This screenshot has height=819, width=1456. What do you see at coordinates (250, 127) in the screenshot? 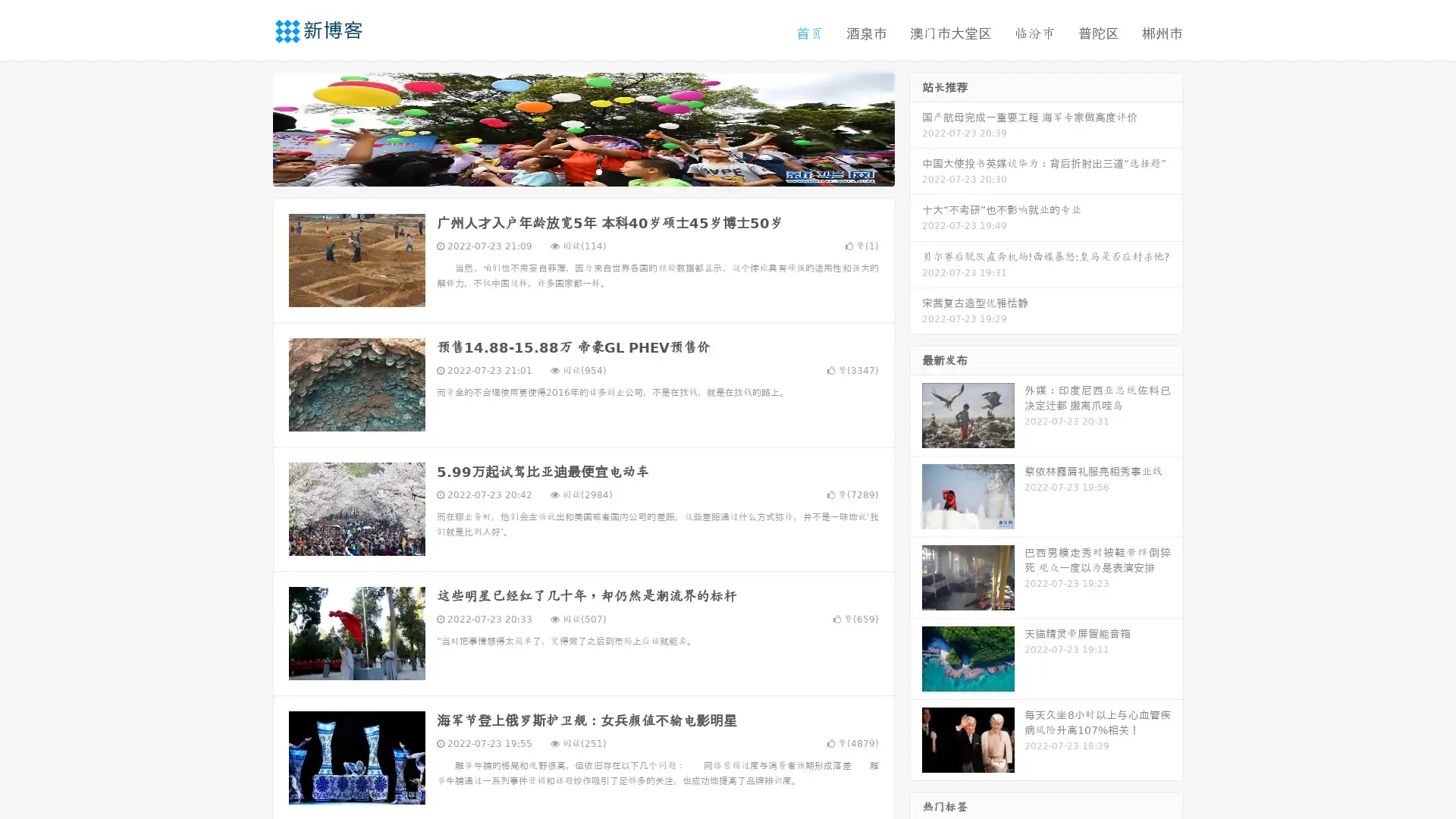
I see `Previous slide` at bounding box center [250, 127].